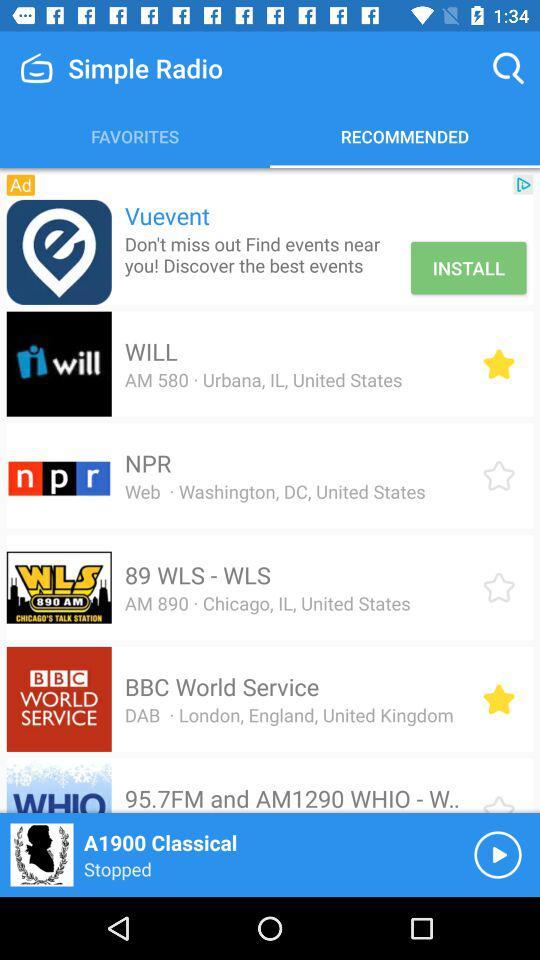 The height and width of the screenshot is (960, 540). Describe the element at coordinates (19, 185) in the screenshot. I see `the item to the left of vuevent` at that location.